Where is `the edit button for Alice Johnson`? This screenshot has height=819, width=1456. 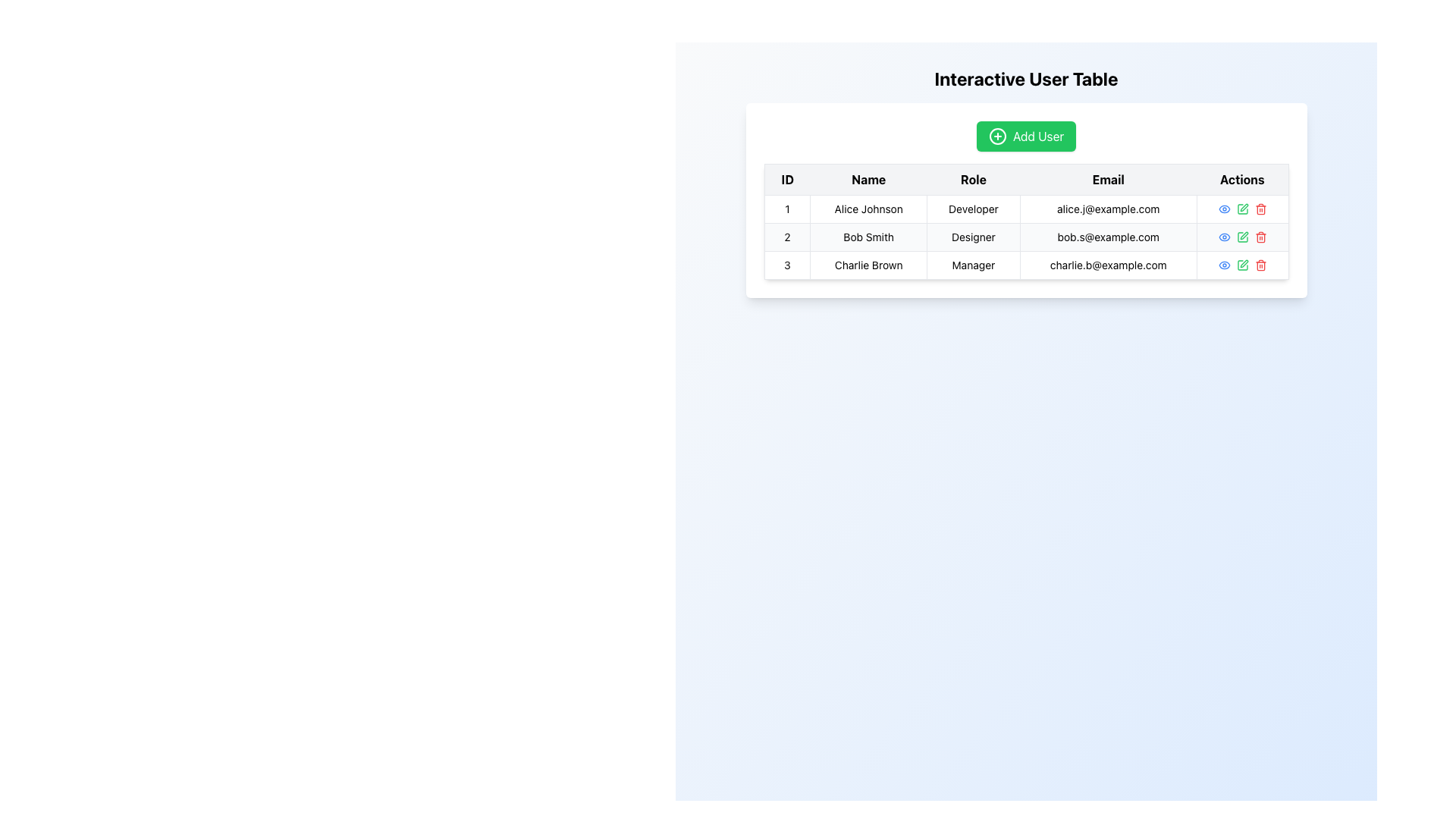 the edit button for Alice Johnson is located at coordinates (1242, 209).